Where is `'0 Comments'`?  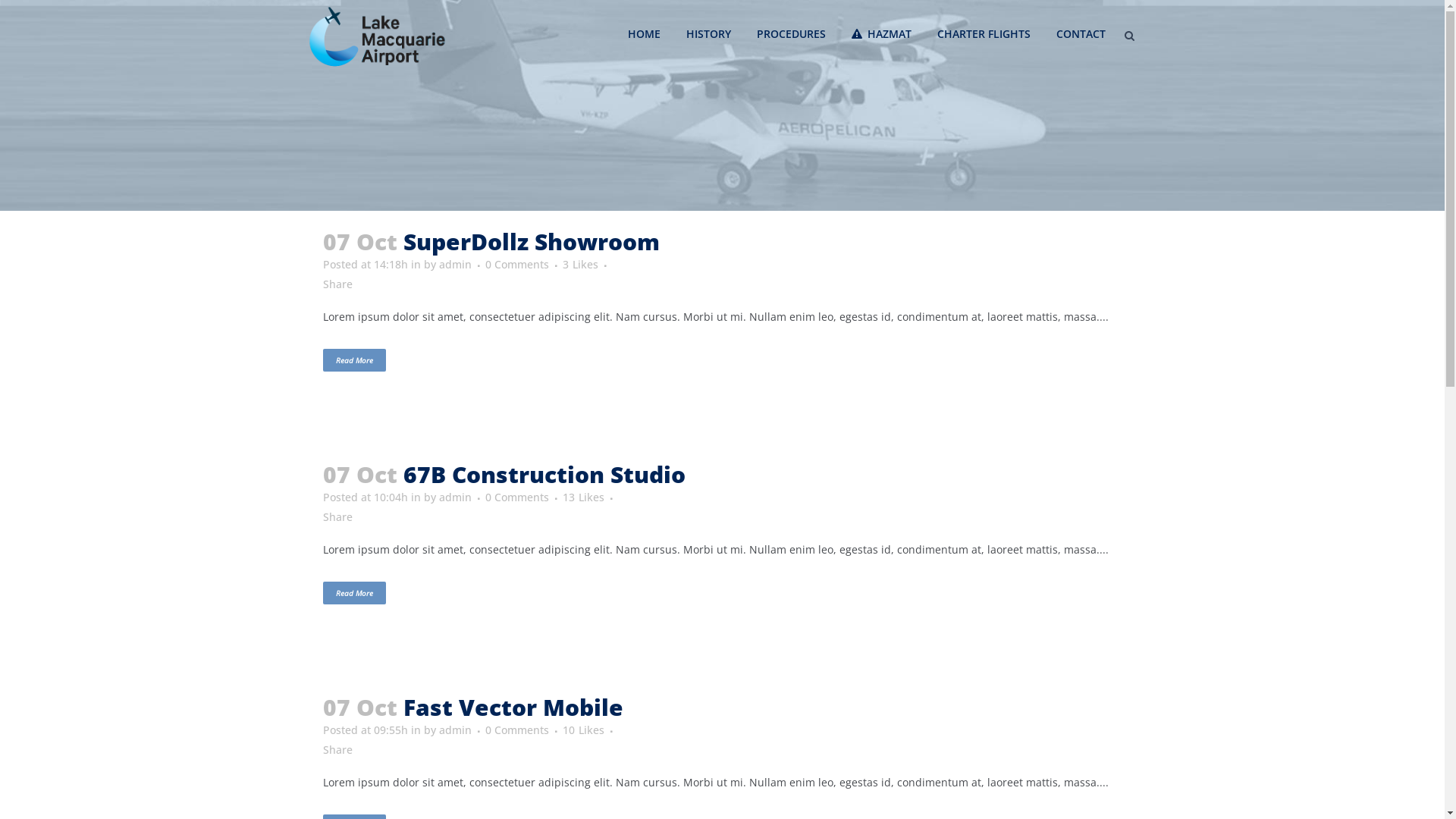
'0 Comments' is located at coordinates (516, 263).